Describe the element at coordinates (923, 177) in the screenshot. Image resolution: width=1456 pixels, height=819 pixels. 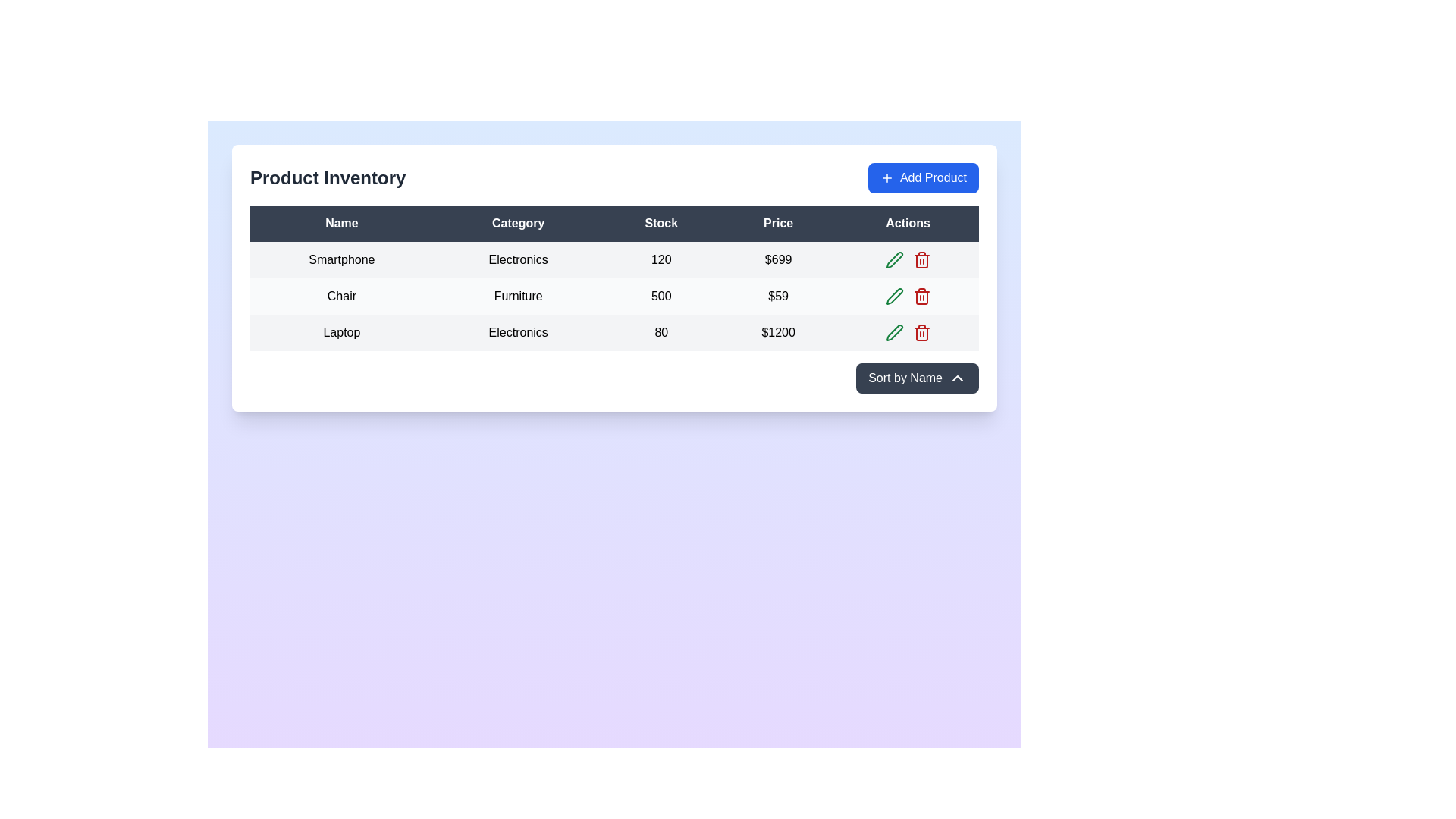
I see `the button in the top-right corner of the 'Product Inventory' header` at that location.